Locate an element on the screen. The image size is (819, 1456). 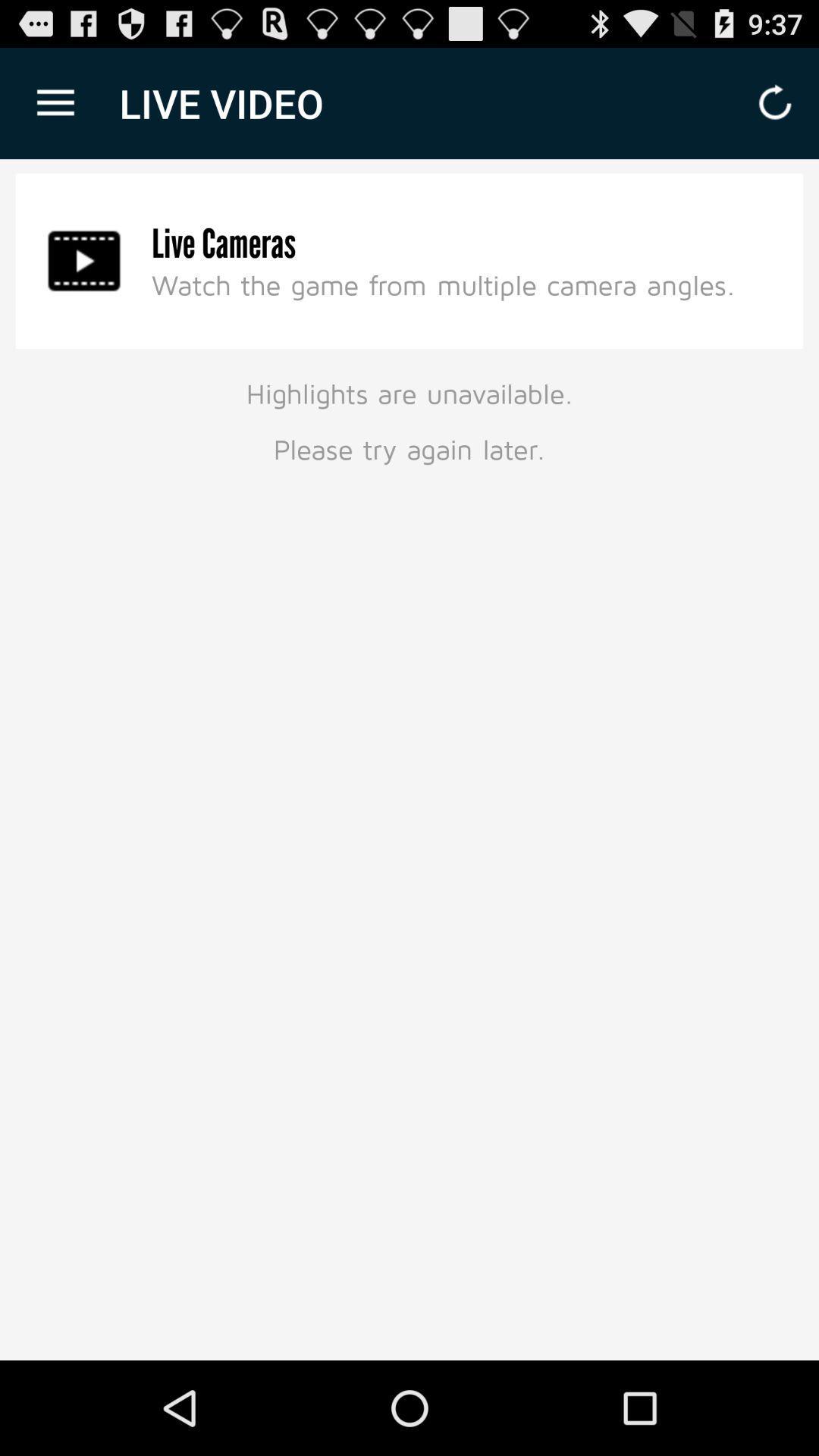
the item above watch the game is located at coordinates (224, 243).